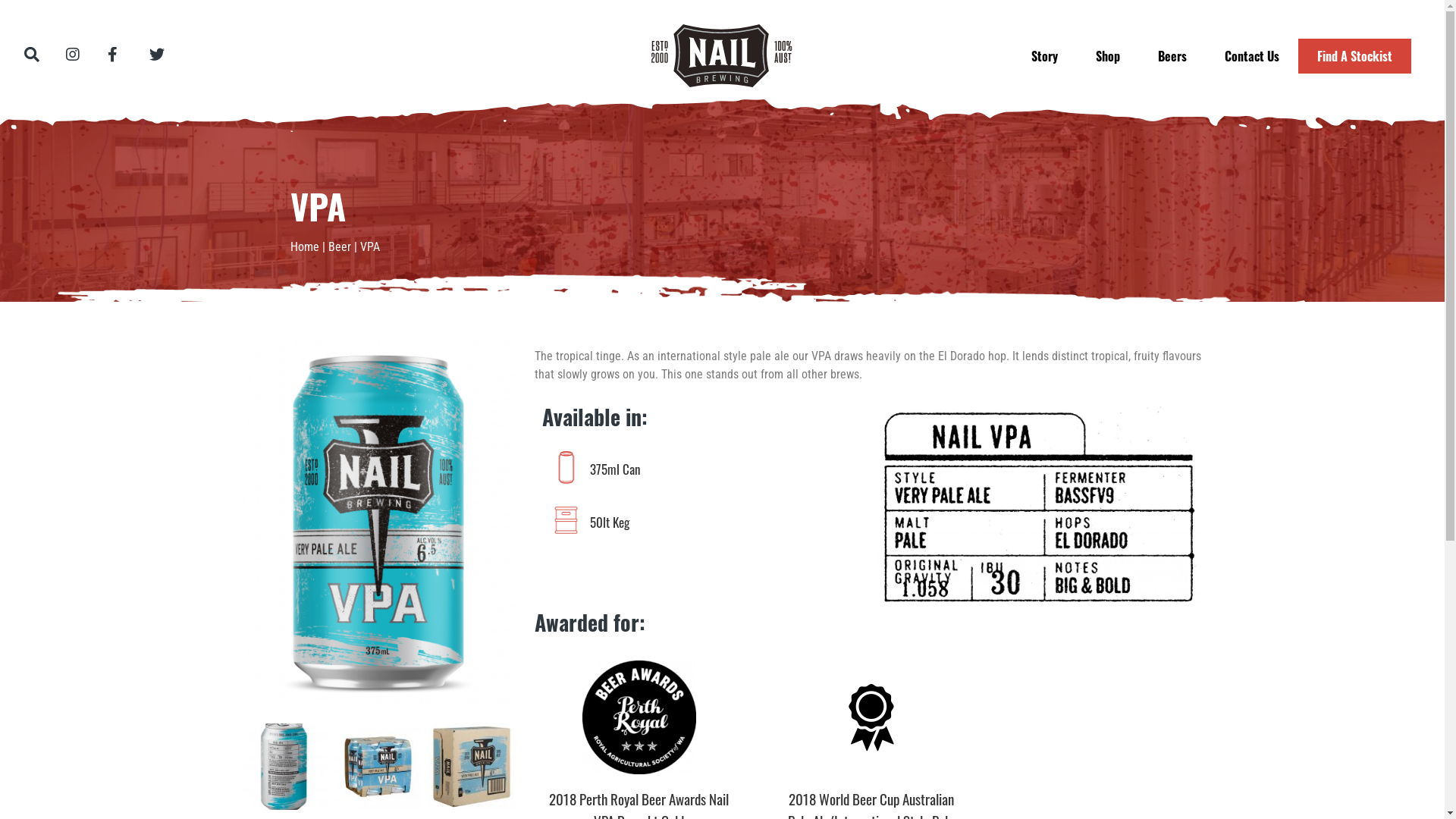  Describe the element at coordinates (1171, 55) in the screenshot. I see `'Beers'` at that location.